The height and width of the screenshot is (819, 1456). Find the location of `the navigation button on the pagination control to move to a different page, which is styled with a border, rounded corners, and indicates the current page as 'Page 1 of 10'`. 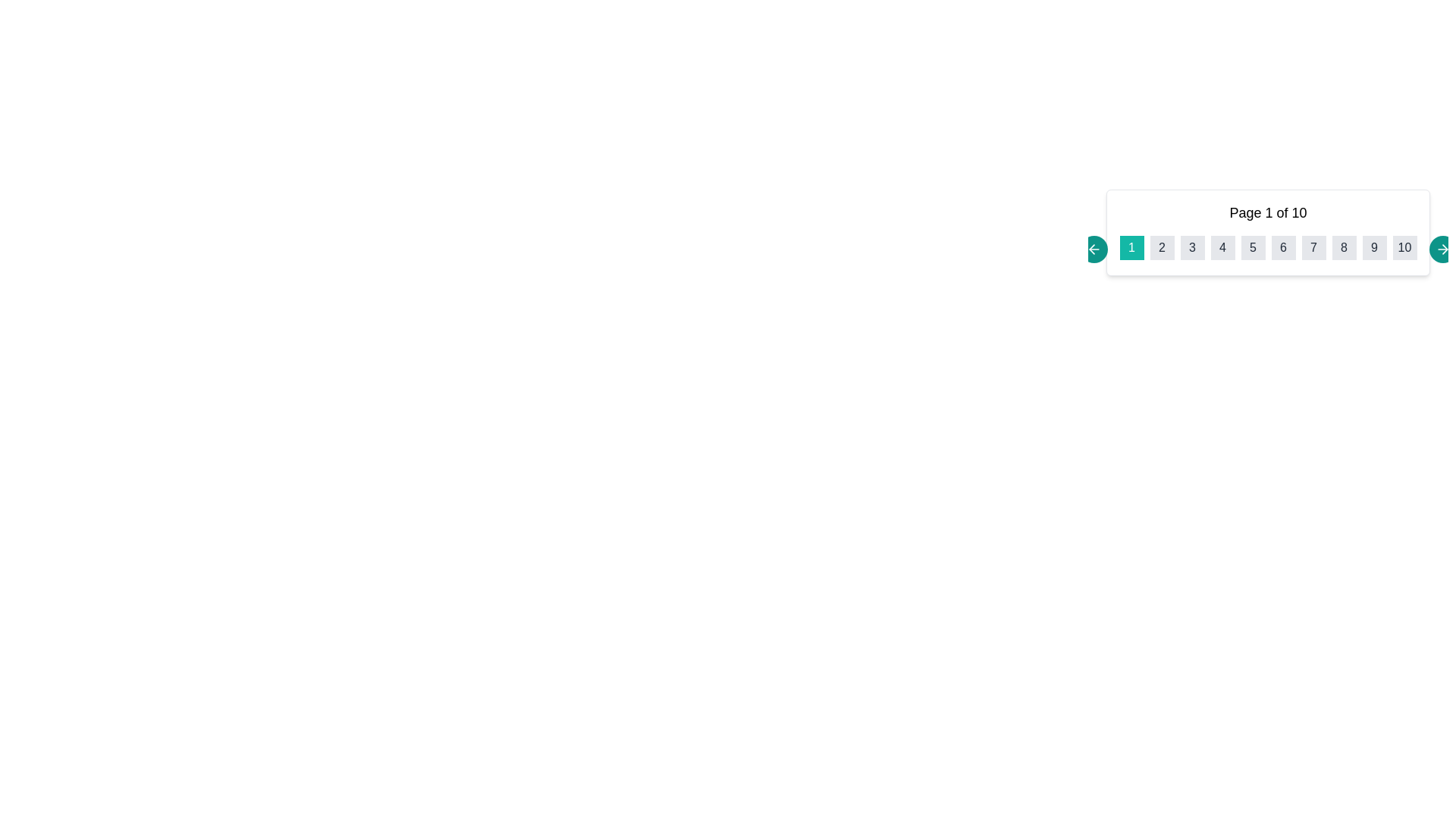

the navigation button on the pagination control to move to a different page, which is styled with a border, rounded corners, and indicates the current page as 'Page 1 of 10' is located at coordinates (1268, 233).